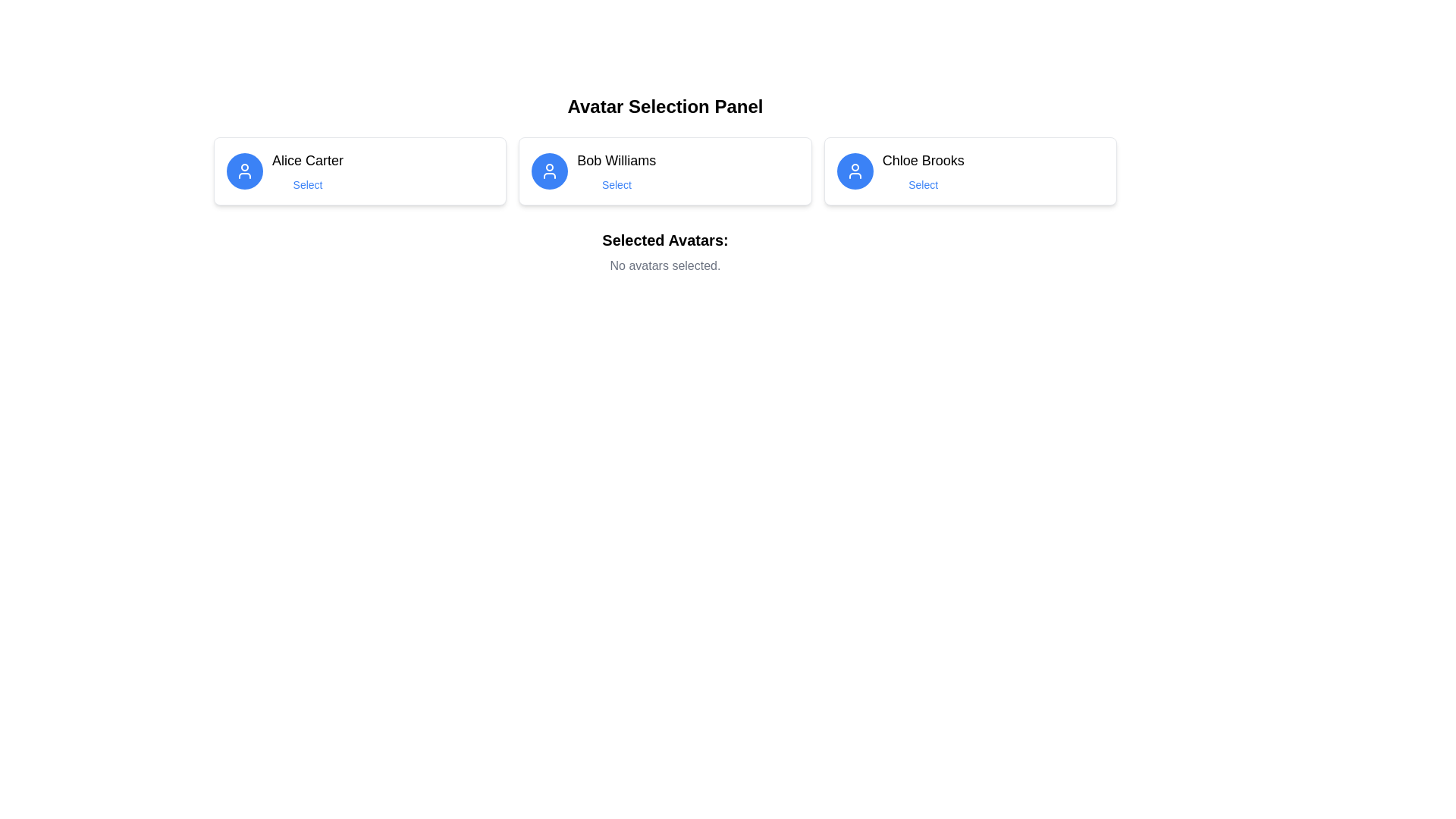 The width and height of the screenshot is (1456, 819). I want to click on the circular button with a blue background and a white user avatar icon, so click(855, 171).